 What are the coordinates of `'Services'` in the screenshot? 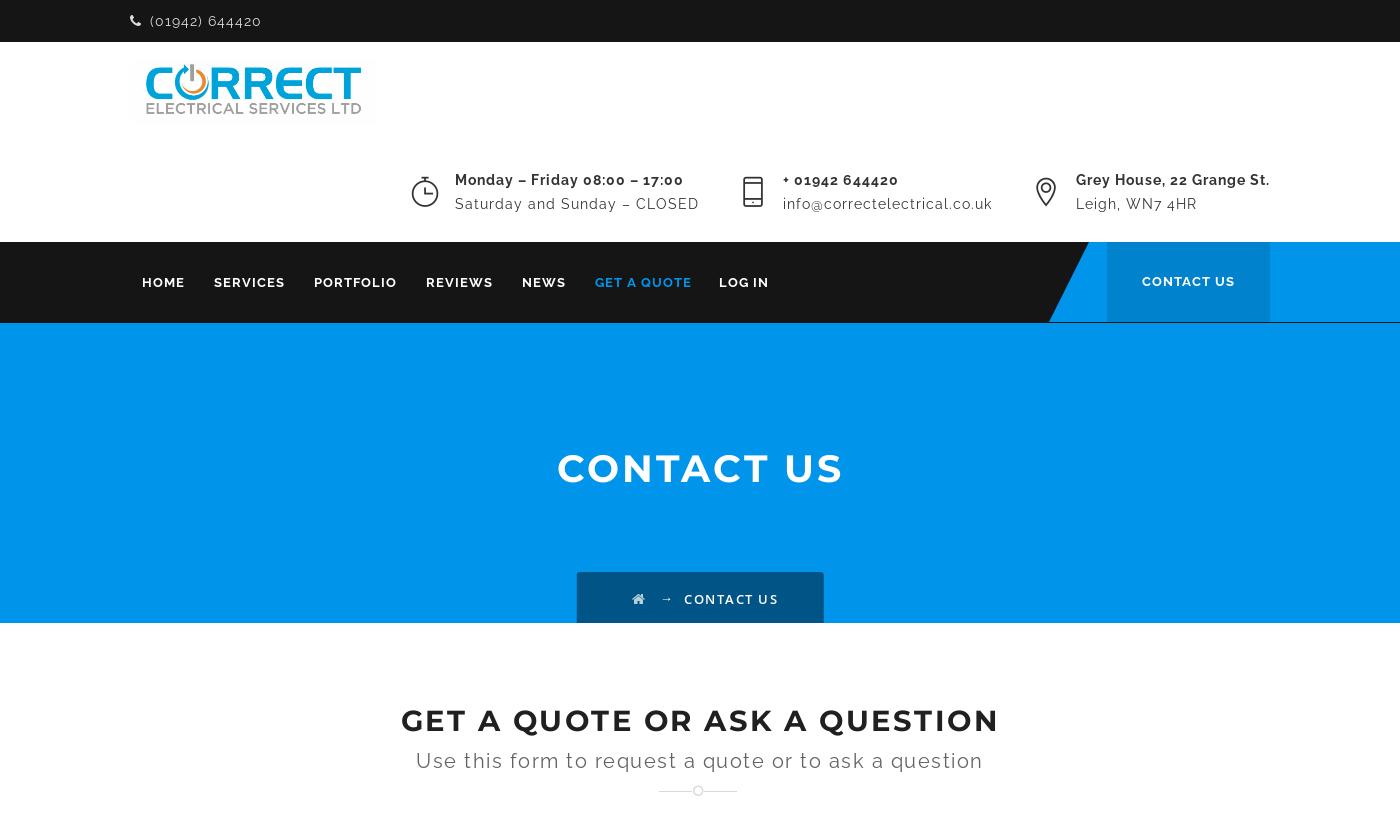 It's located at (214, 281).